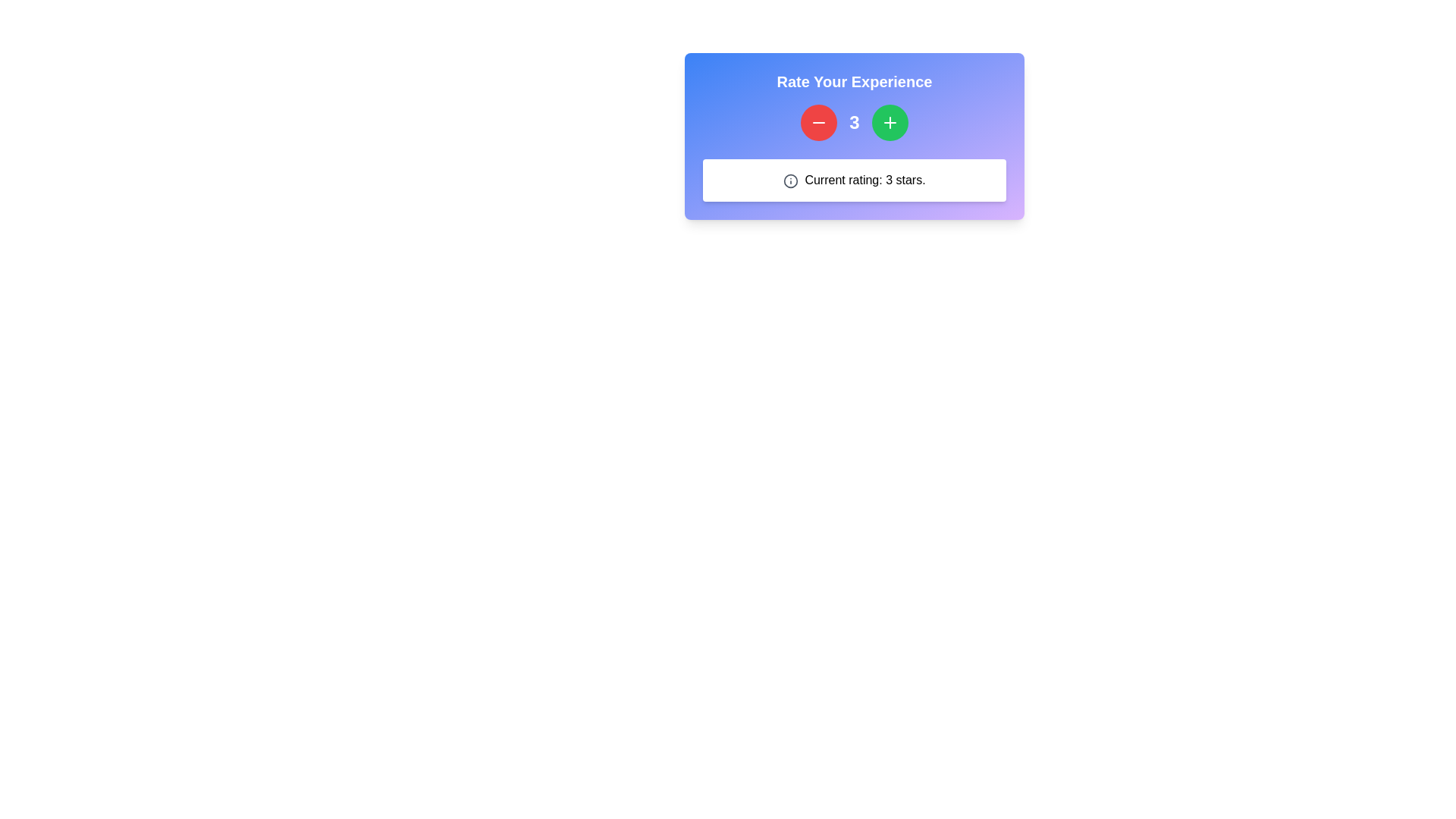  Describe the element at coordinates (855, 122) in the screenshot. I see `the large white number '3' text label, which is centrally positioned between the red minus button and the green plus button` at that location.